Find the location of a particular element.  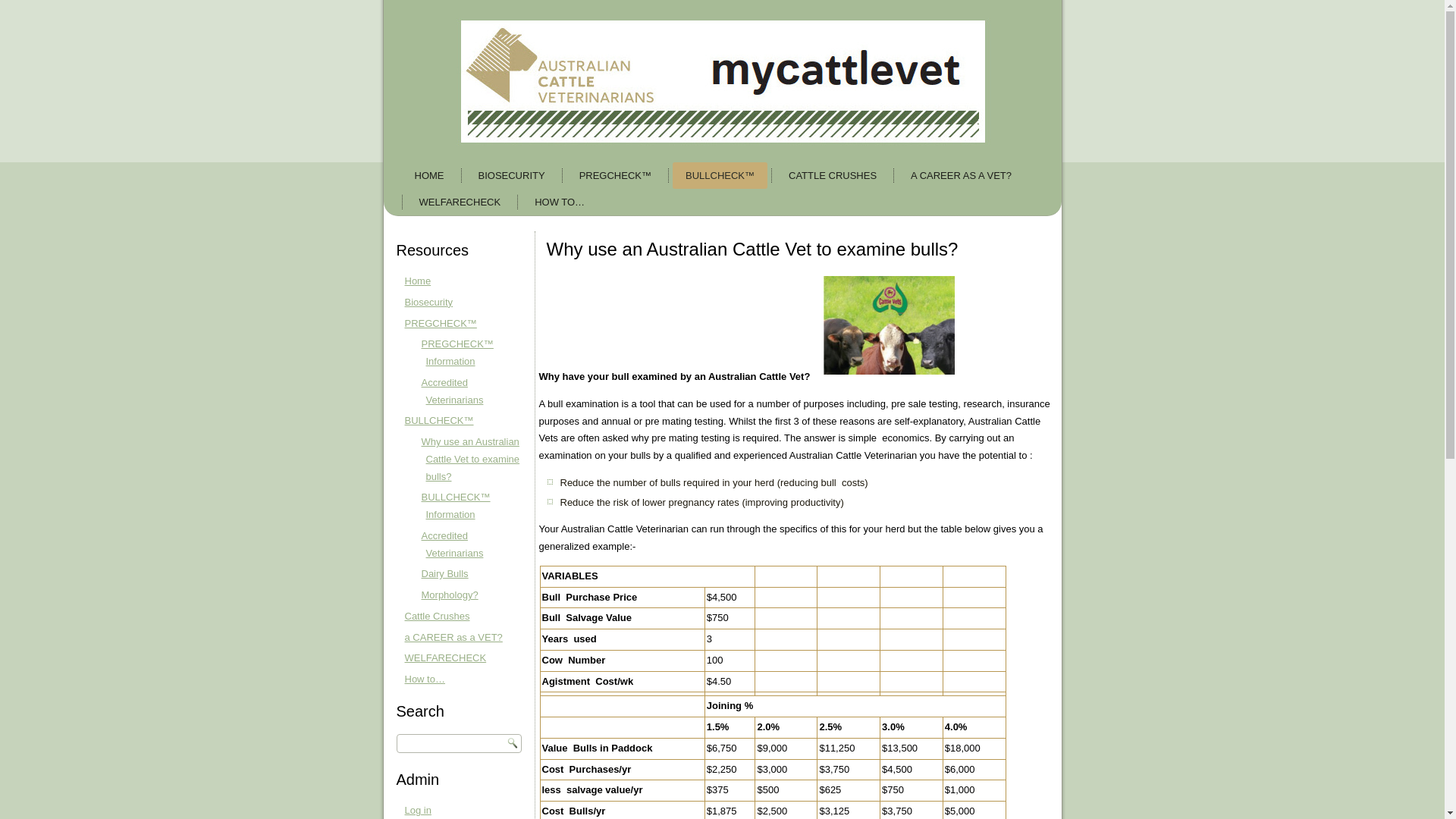

'BIOSECURITY' is located at coordinates (512, 174).